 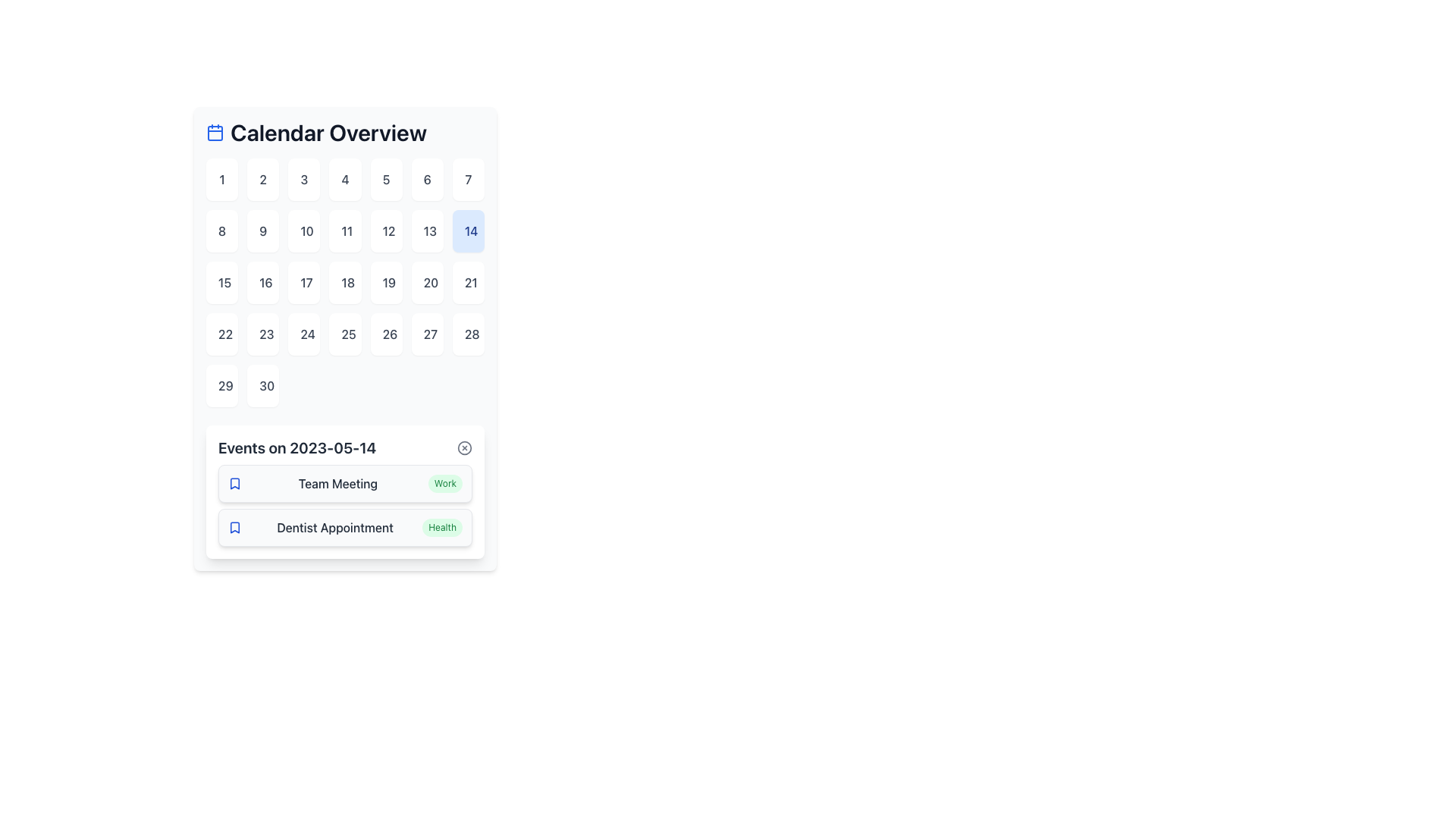 What do you see at coordinates (467, 178) in the screenshot?
I see `the calendar day button representing the date '7'` at bounding box center [467, 178].